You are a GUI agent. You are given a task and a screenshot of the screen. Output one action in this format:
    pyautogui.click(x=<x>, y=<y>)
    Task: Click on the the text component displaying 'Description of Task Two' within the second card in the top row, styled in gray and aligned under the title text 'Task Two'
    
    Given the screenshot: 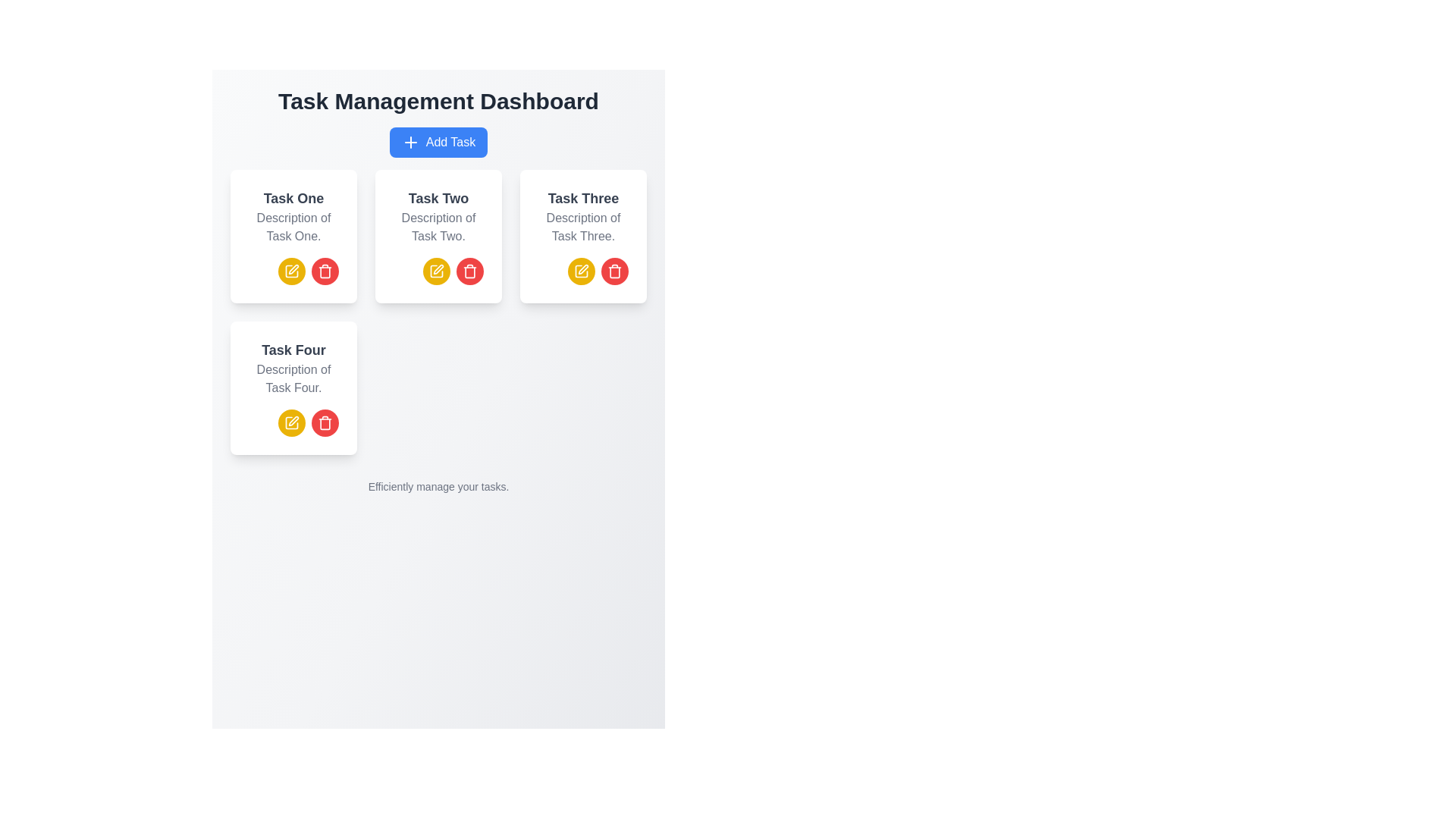 What is the action you would take?
    pyautogui.click(x=438, y=227)
    